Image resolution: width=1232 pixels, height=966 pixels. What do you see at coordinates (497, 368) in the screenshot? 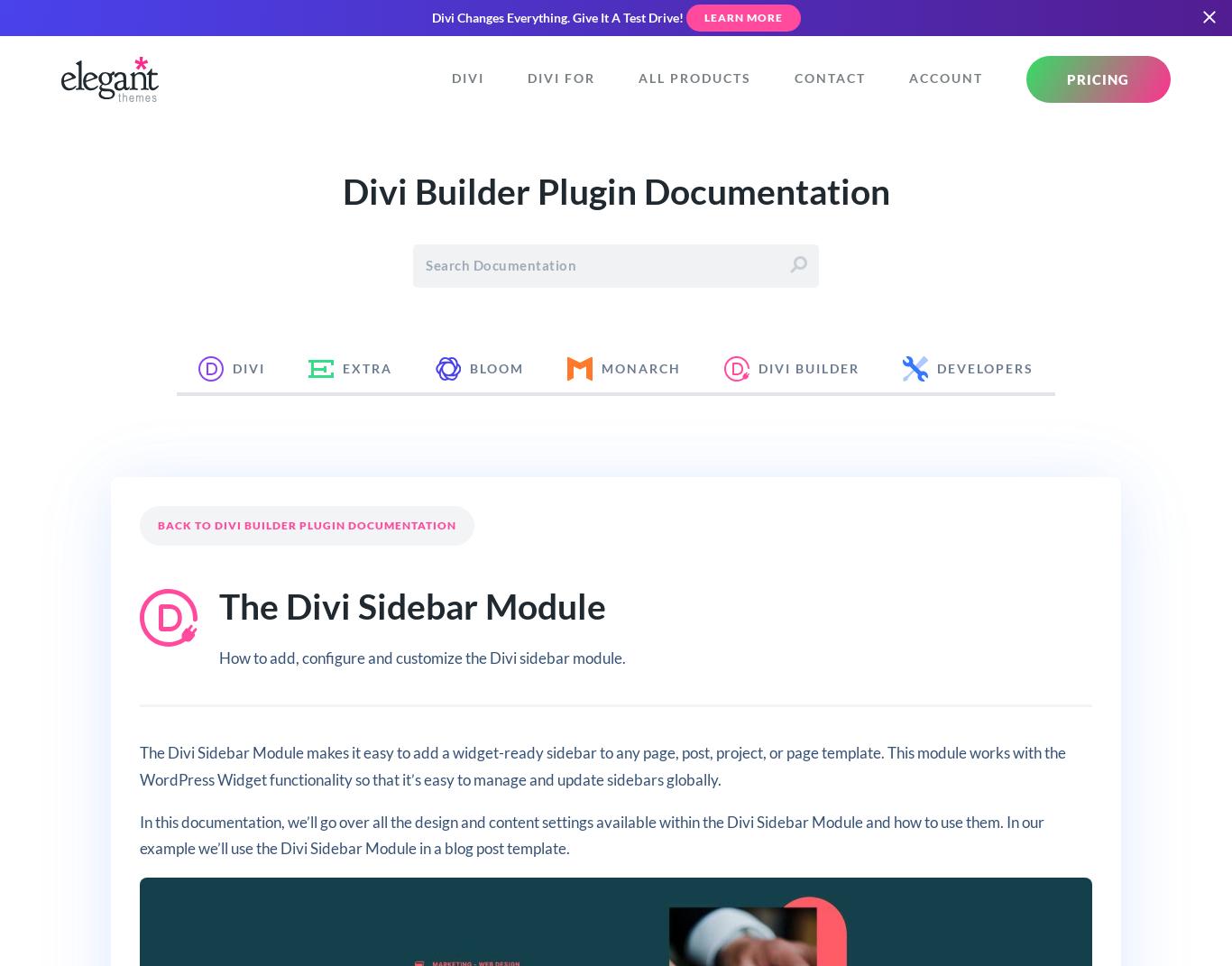
I see `'Bloom'` at bounding box center [497, 368].